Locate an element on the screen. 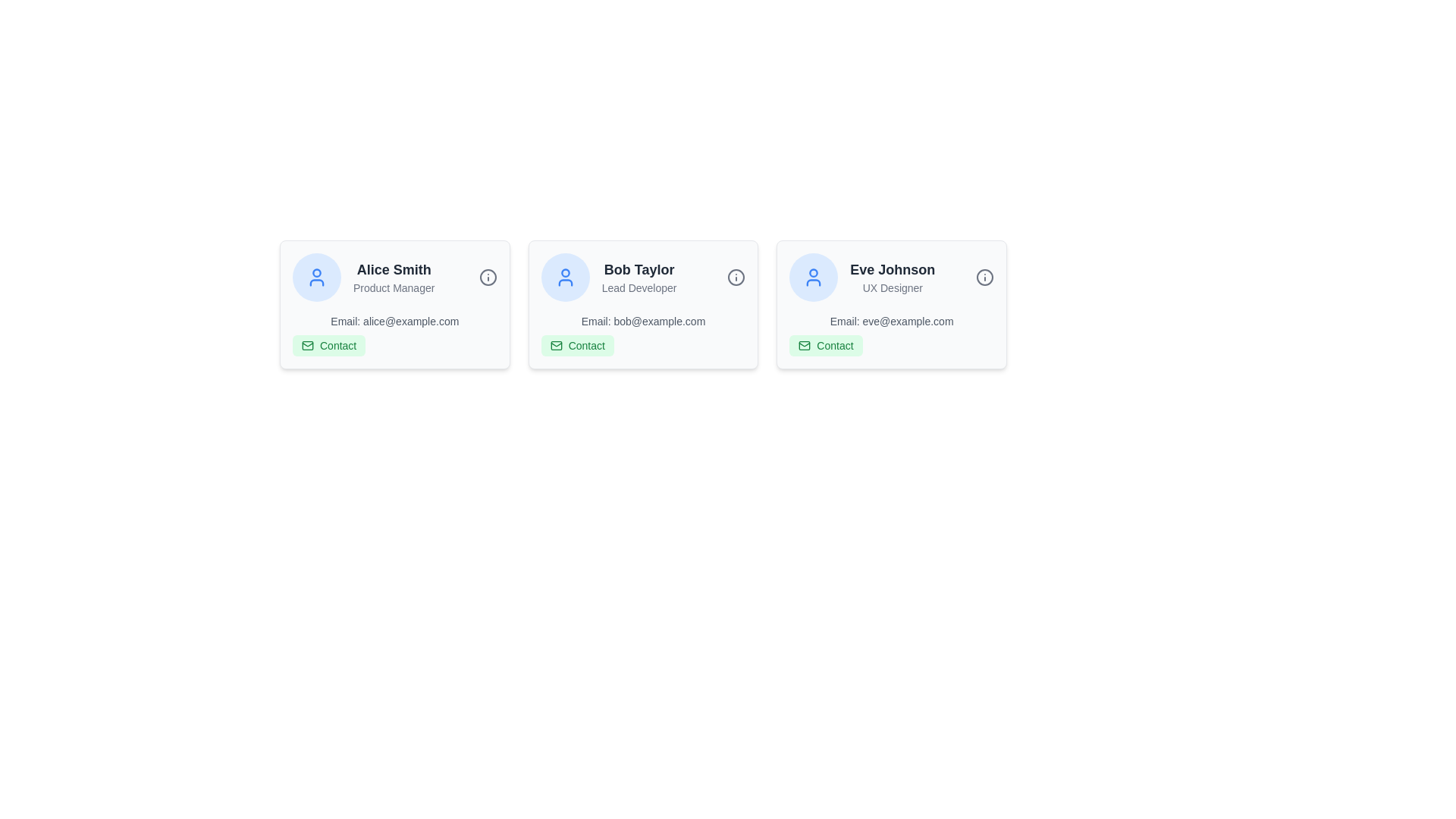 This screenshot has width=1456, height=819. the text display component showing 'Bob Taylor' and 'Lead Developer', which is the central text in the second card among three cards is located at coordinates (639, 278).